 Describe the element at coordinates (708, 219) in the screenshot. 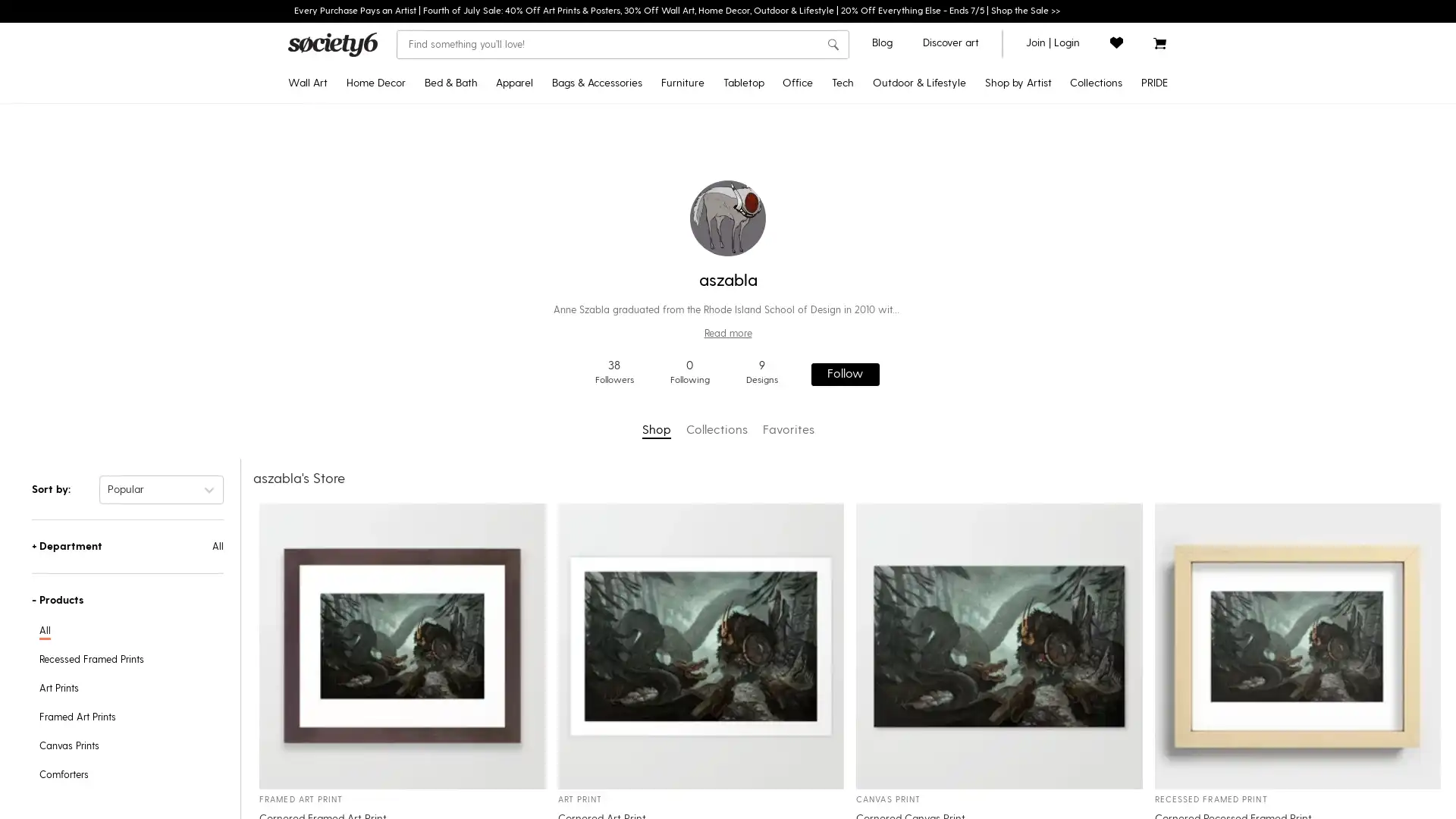

I see `Side Tables` at that location.